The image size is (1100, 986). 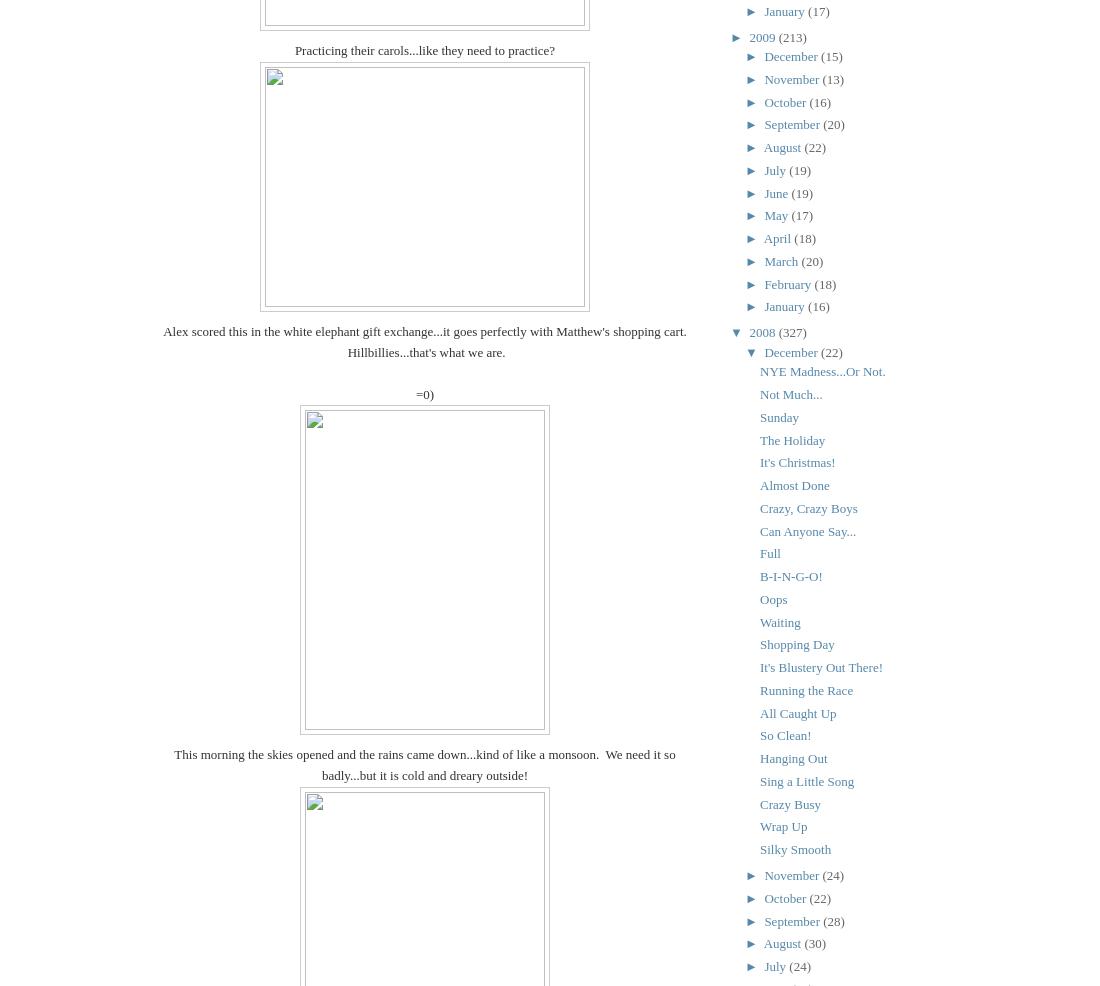 What do you see at coordinates (793, 758) in the screenshot?
I see `'Hanging Out'` at bounding box center [793, 758].